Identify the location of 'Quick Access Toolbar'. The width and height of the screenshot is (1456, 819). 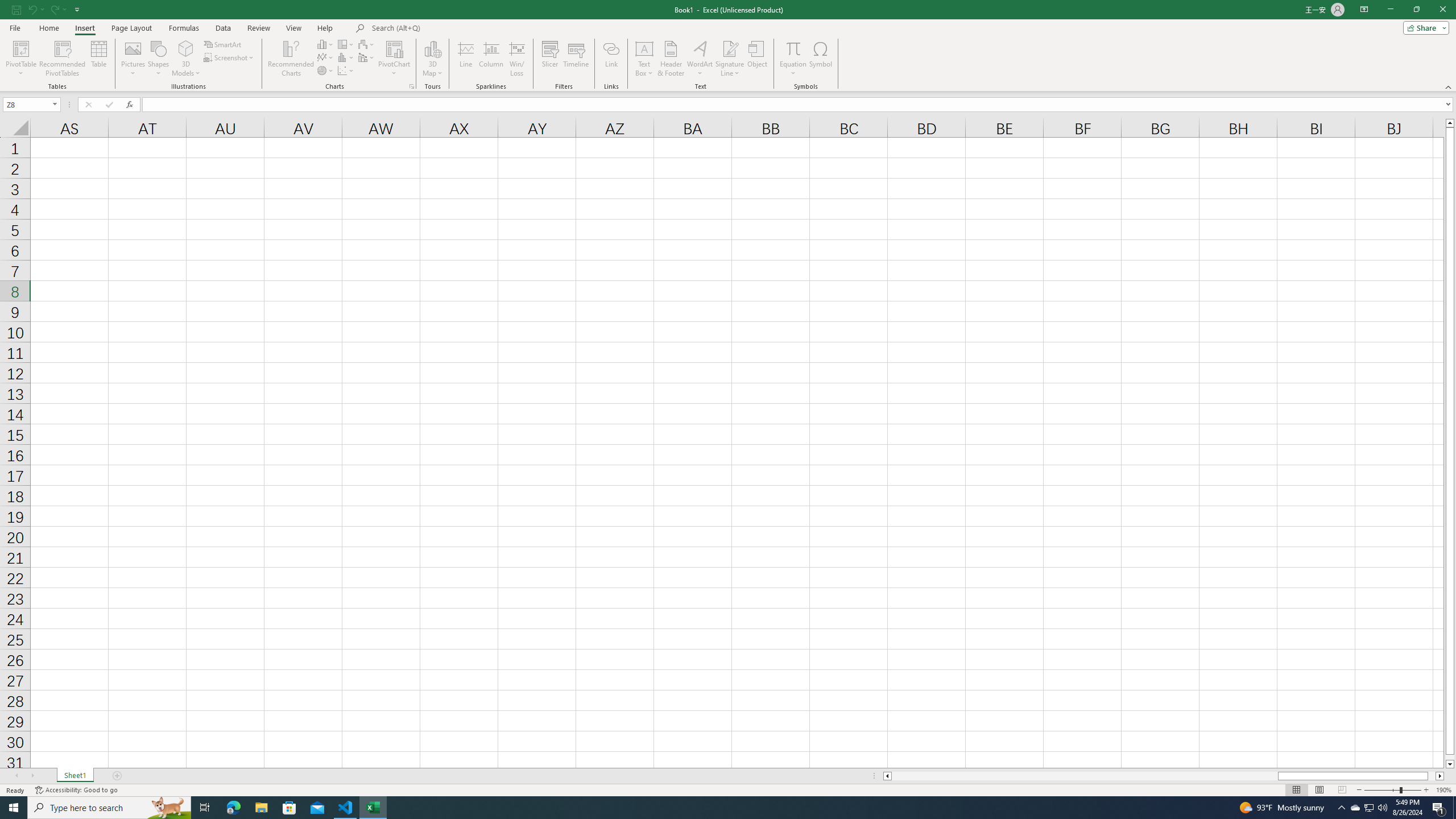
(47, 9).